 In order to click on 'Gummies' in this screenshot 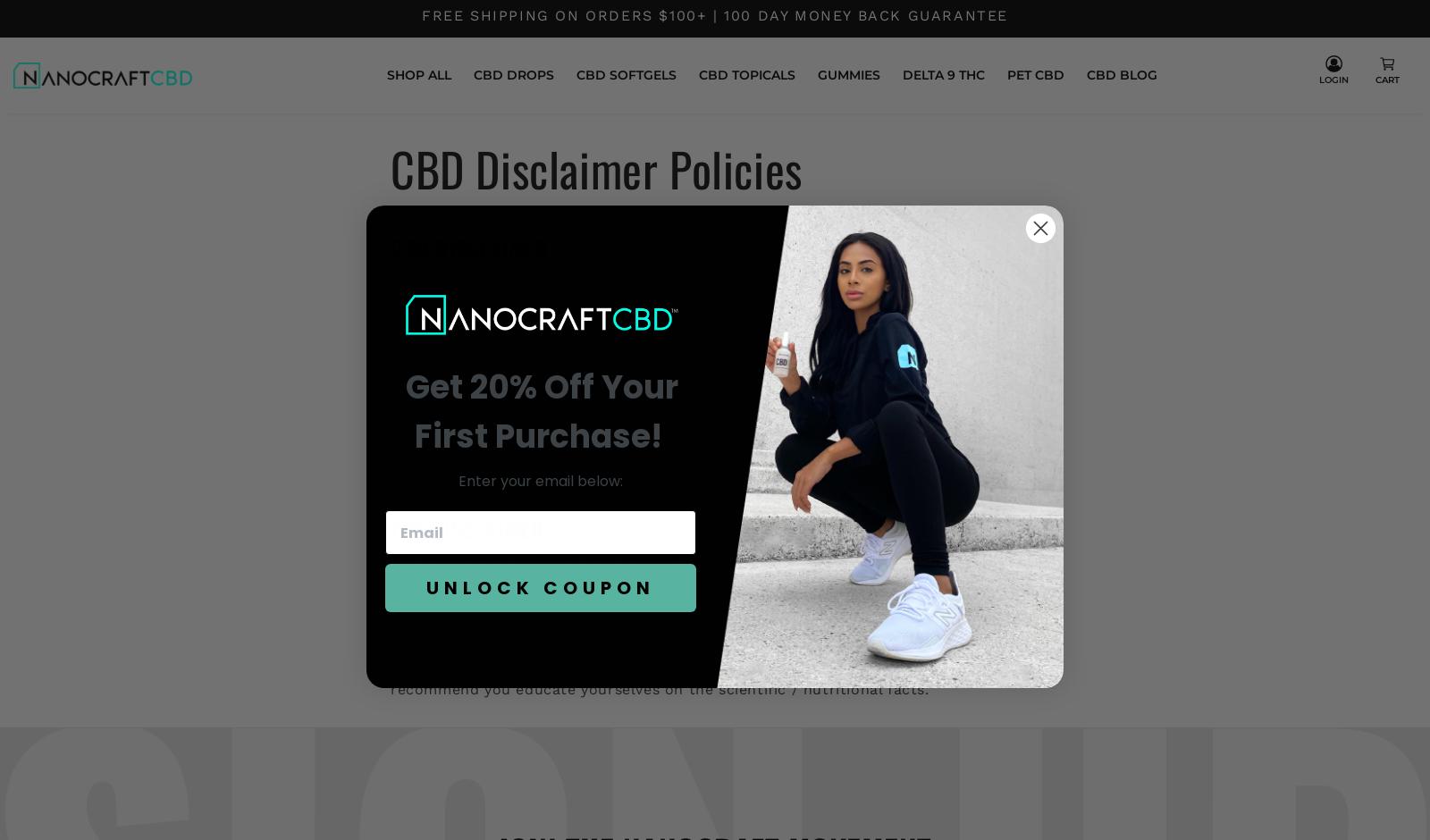, I will do `click(846, 74)`.